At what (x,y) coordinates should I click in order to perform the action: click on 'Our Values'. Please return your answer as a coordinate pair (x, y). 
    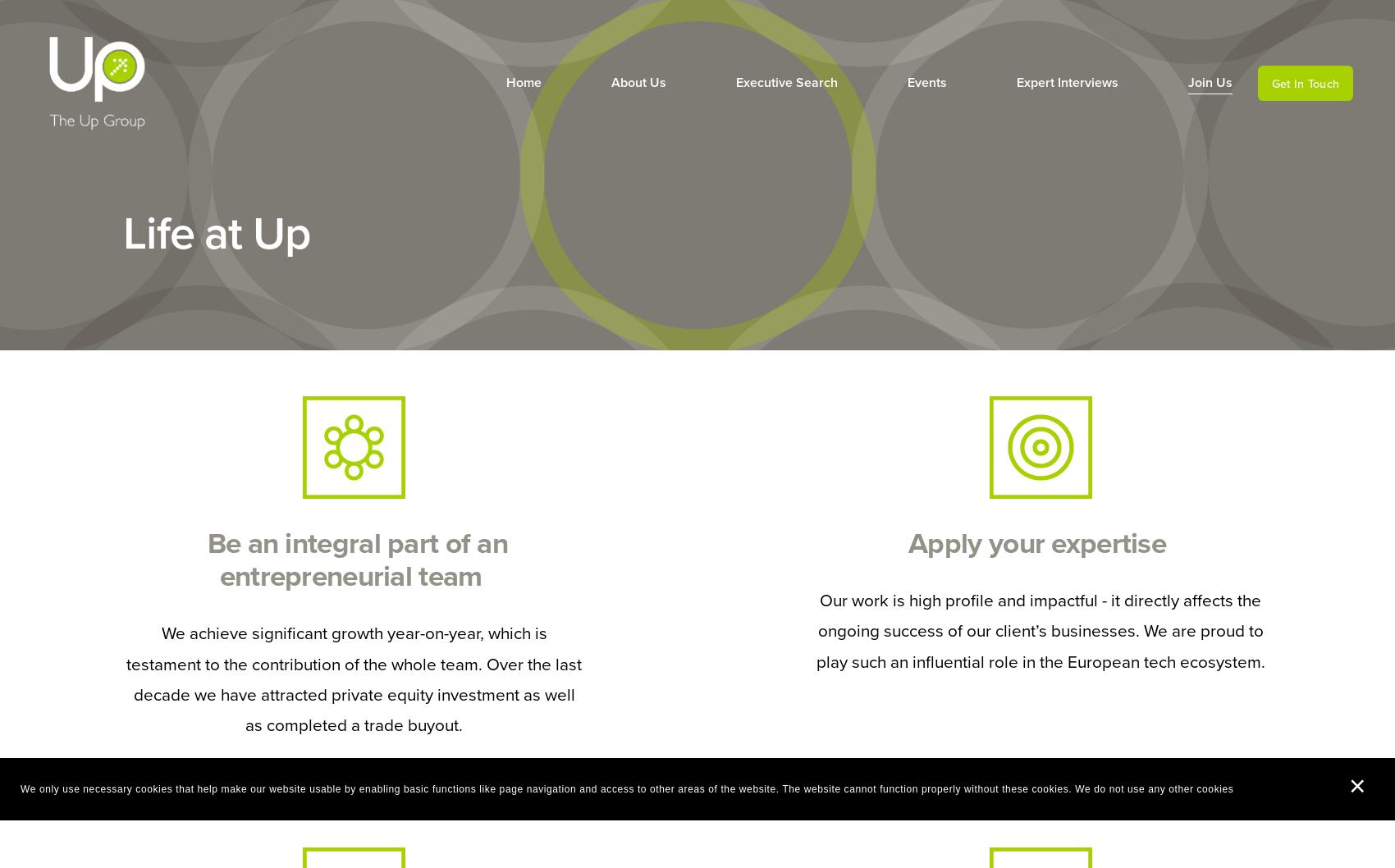
    Looking at the image, I should click on (601, 210).